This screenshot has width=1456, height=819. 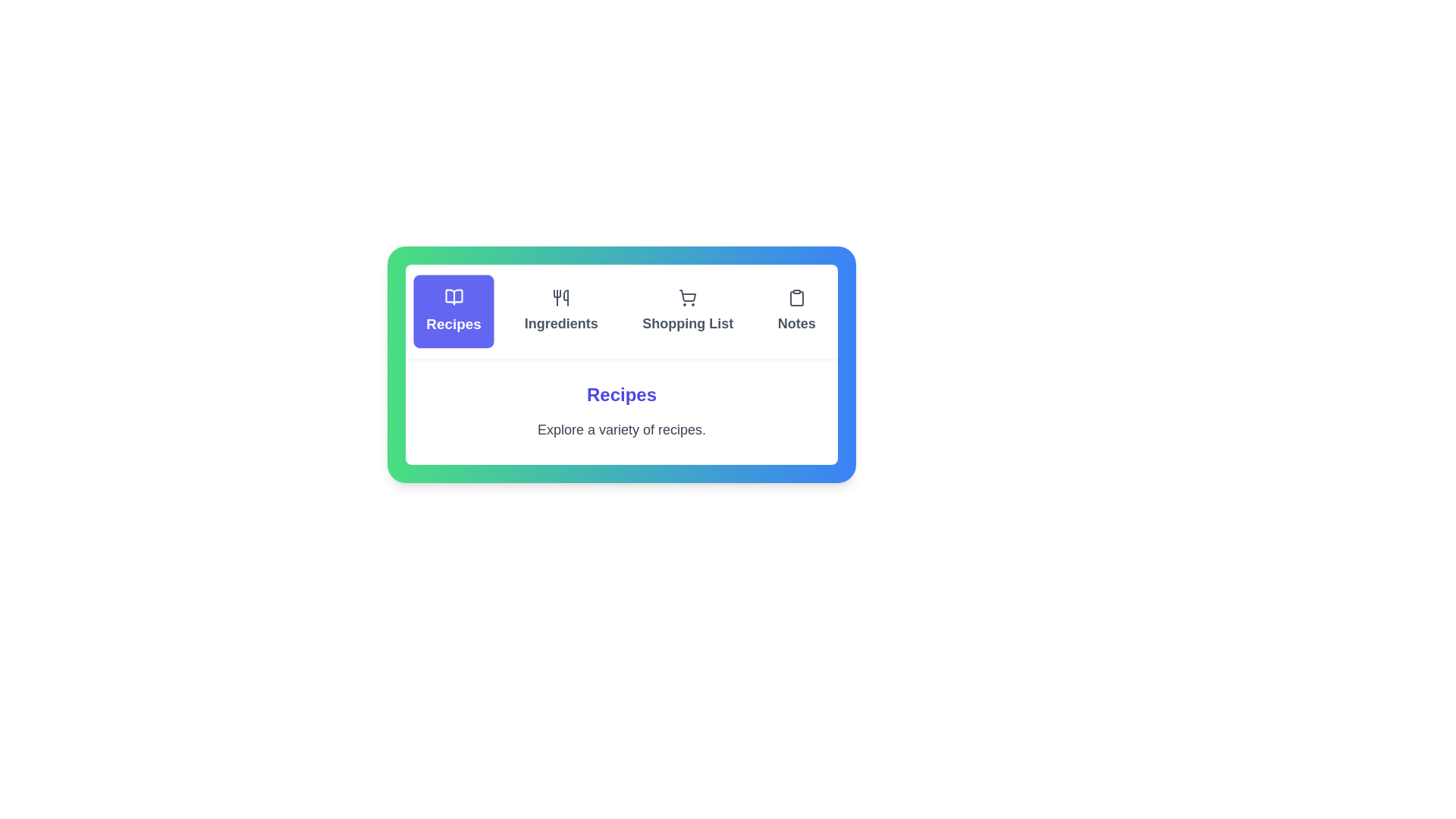 What do you see at coordinates (453, 311) in the screenshot?
I see `the Recipes tab by clicking on it` at bounding box center [453, 311].